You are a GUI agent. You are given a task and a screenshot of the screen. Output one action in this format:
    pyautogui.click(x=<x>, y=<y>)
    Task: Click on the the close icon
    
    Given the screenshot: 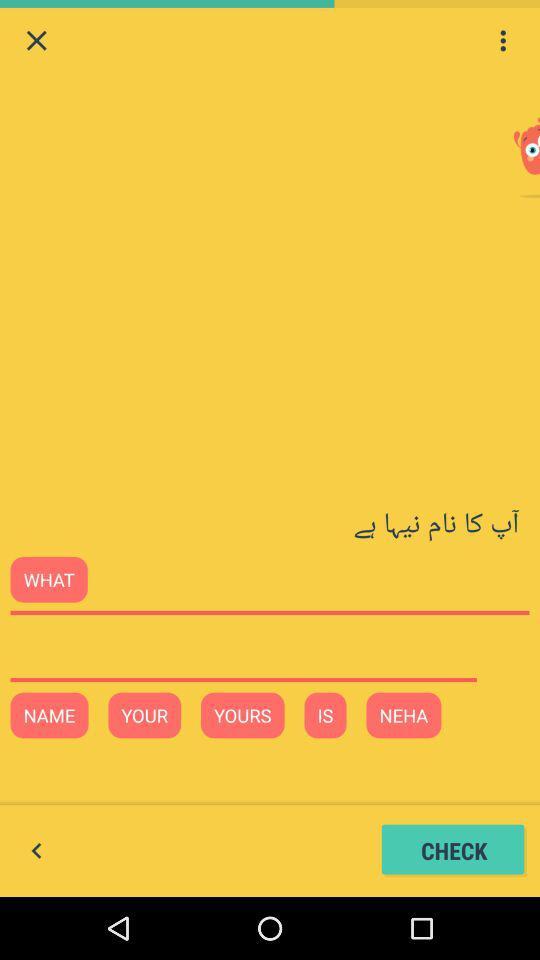 What is the action you would take?
    pyautogui.click(x=36, y=42)
    